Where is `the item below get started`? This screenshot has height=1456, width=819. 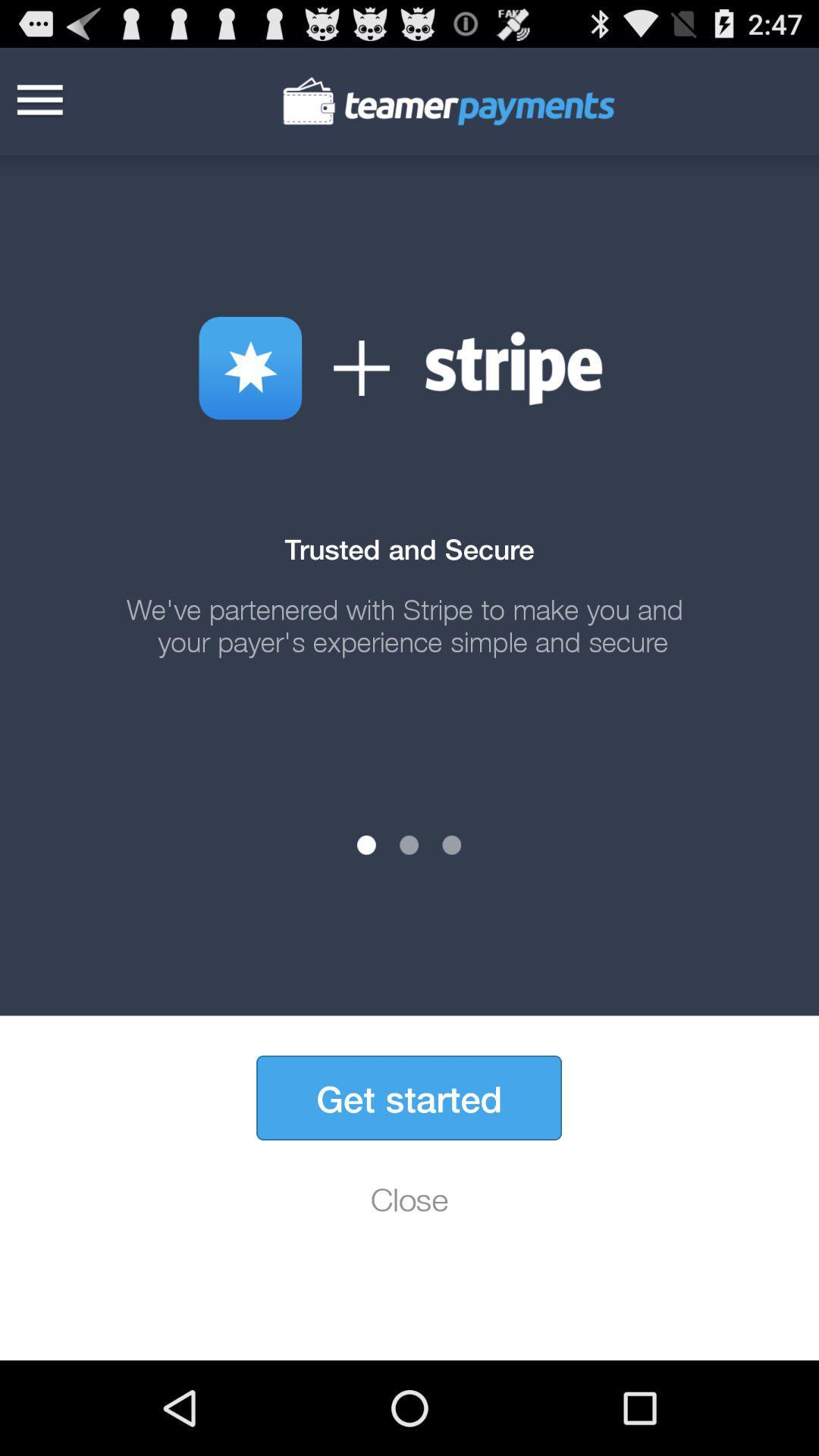
the item below get started is located at coordinates (409, 1198).